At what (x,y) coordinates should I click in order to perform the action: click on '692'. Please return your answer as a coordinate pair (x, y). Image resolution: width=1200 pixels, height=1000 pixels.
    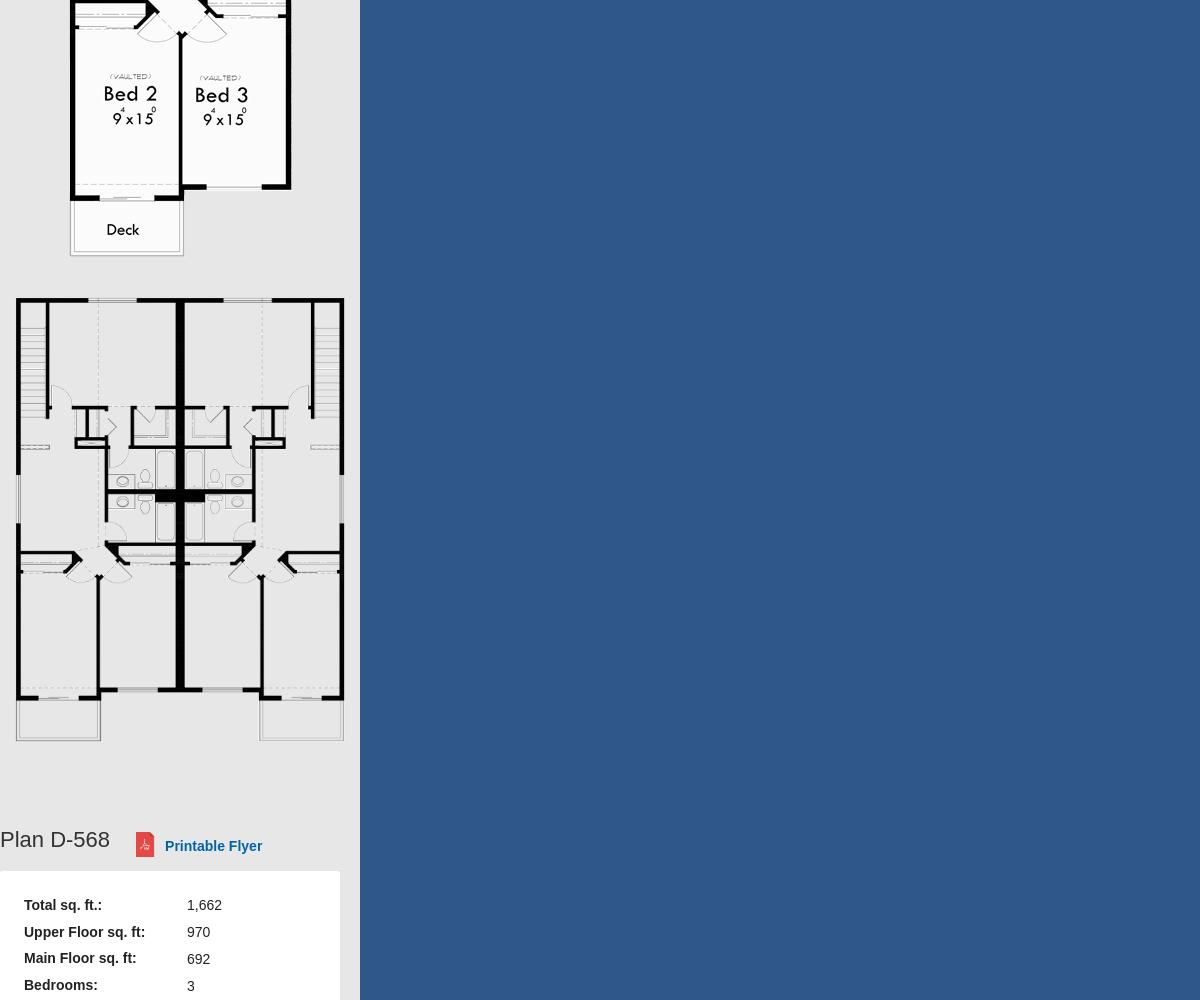
    Looking at the image, I should click on (197, 957).